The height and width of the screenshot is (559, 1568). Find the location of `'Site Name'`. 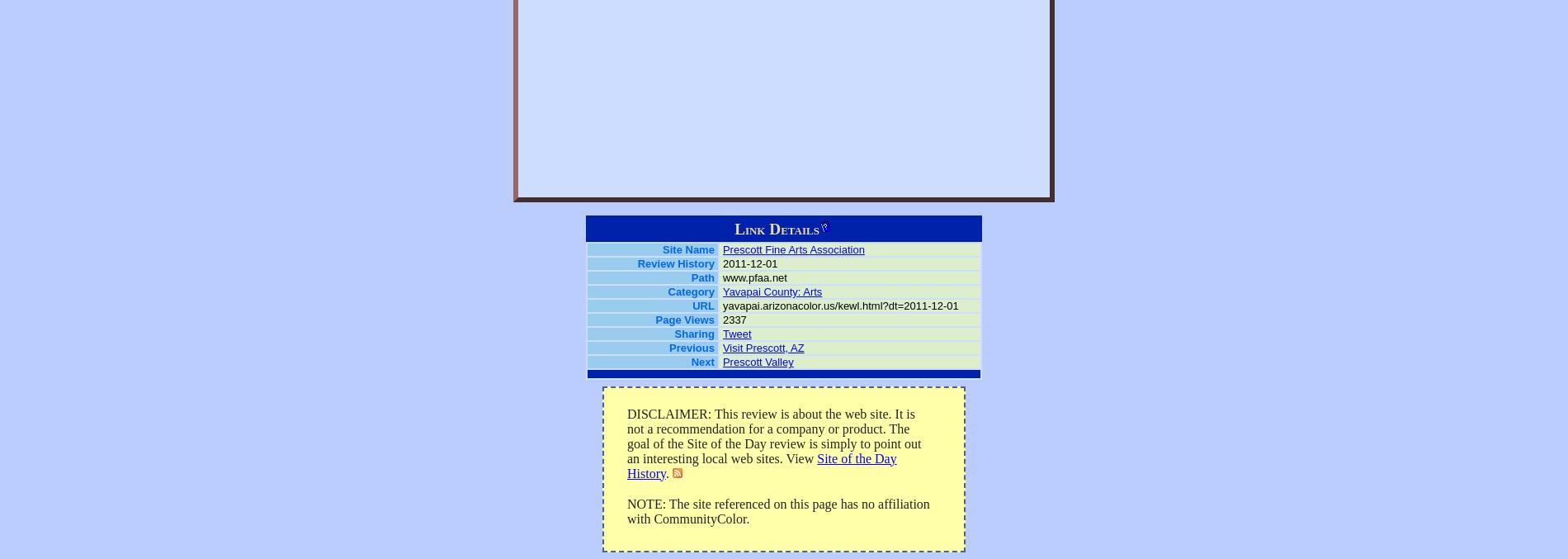

'Site Name' is located at coordinates (687, 249).